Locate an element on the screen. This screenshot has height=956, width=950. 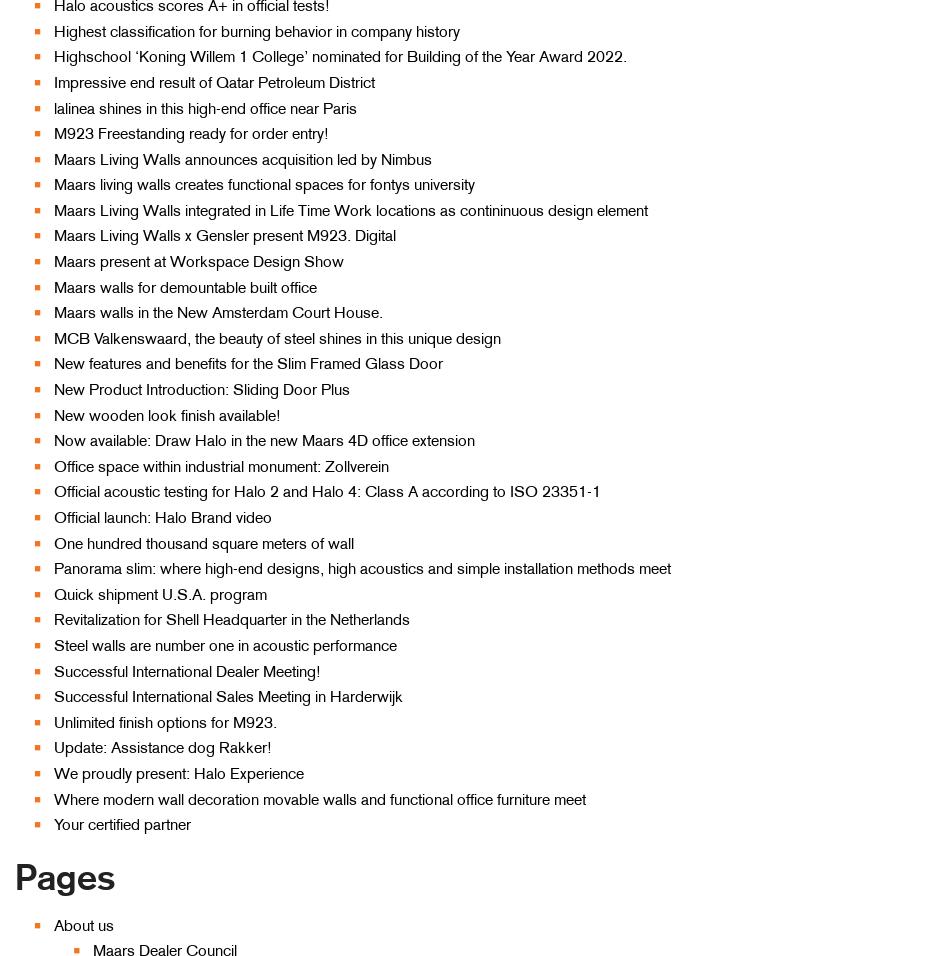
'Room-in-Room' is located at coordinates (55, 630).